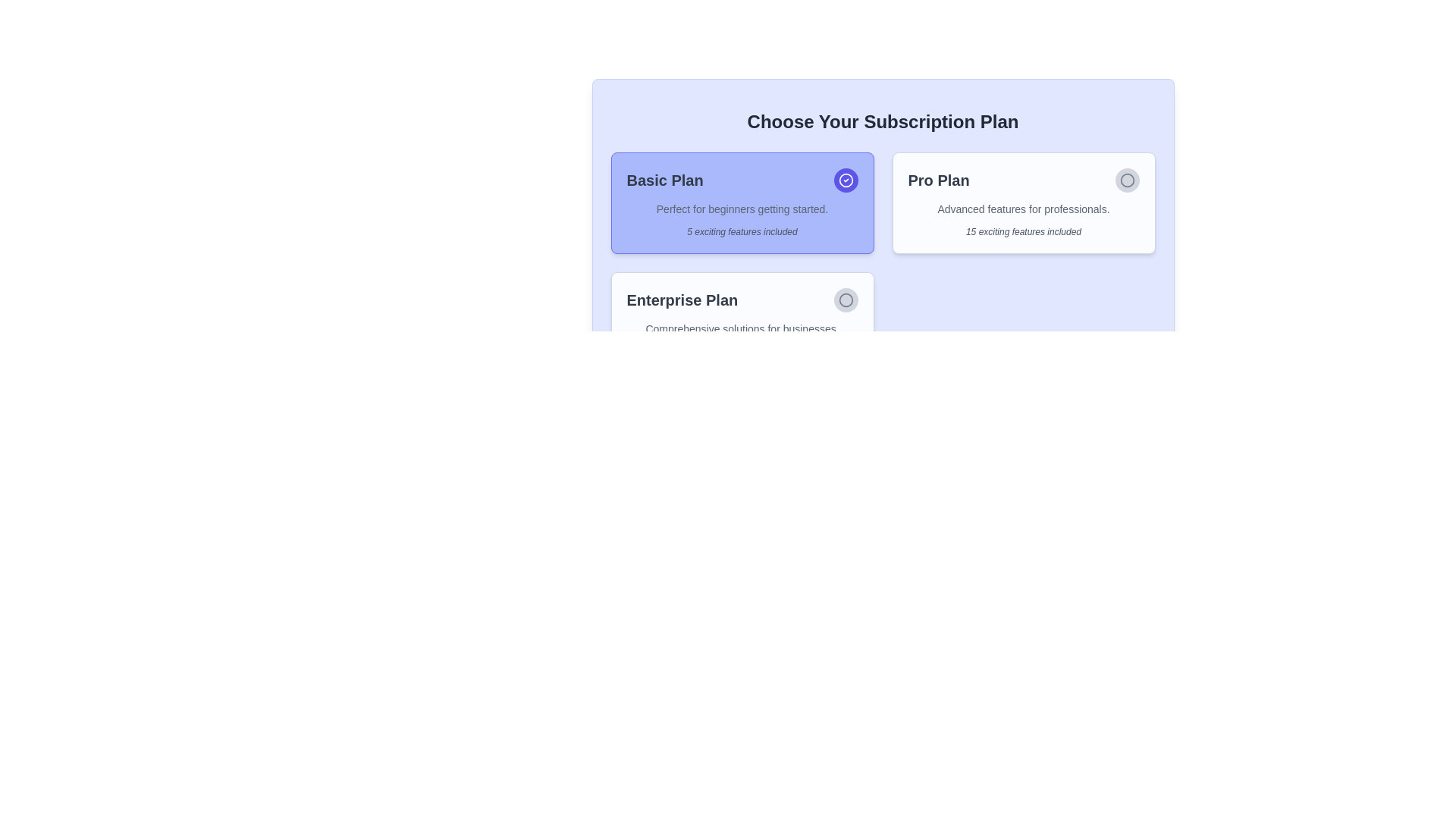 The width and height of the screenshot is (1456, 819). Describe the element at coordinates (845, 180) in the screenshot. I see `the circular icon with a white checkmark on a dark blue background located in the top-right corner of the 'Basic Plan' subscription box` at that location.